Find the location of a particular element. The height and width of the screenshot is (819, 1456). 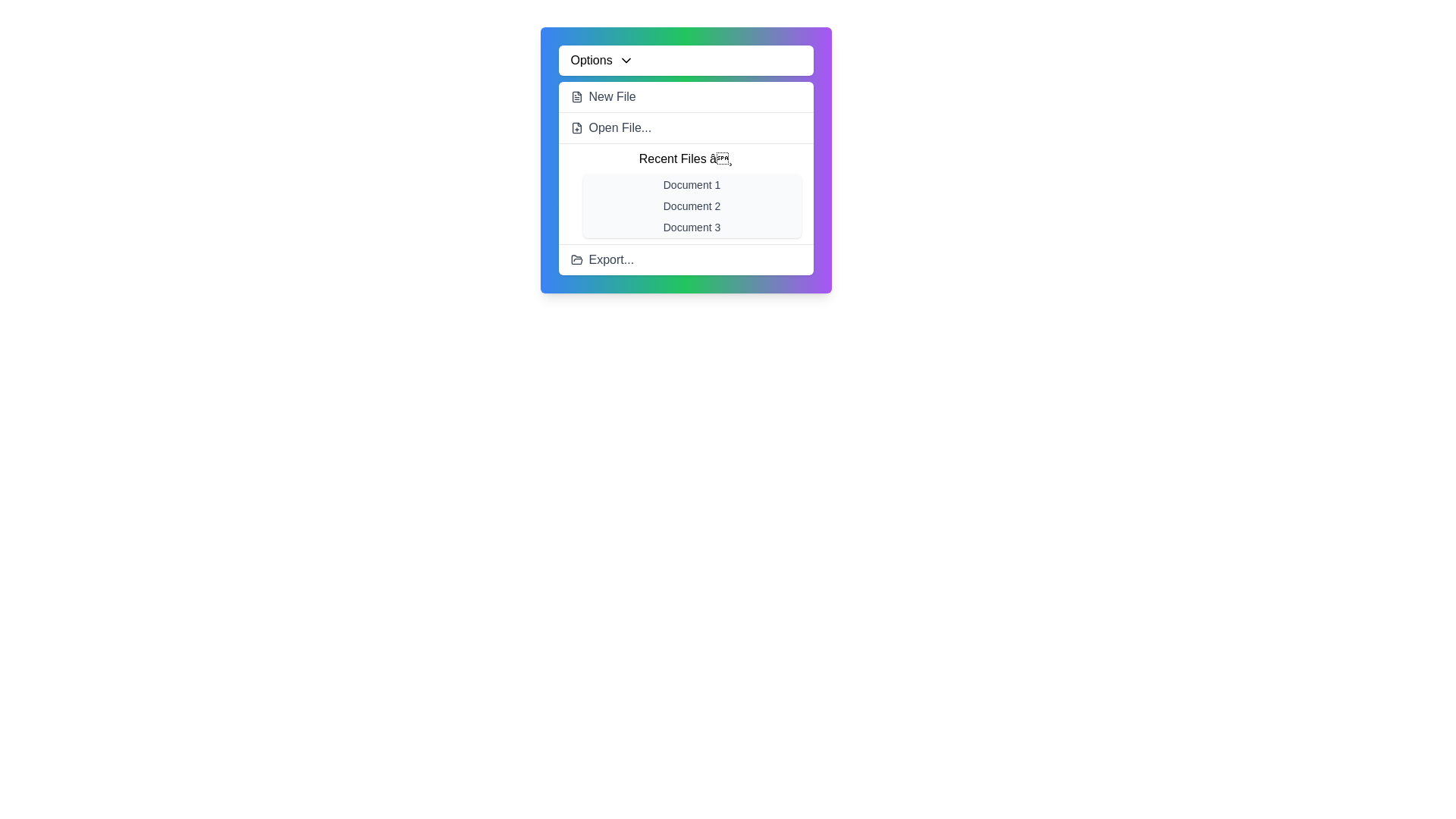

the 'New File' icon in the dropdown menu under the 'Options' button, which resembles a document or file with rounded corners is located at coordinates (576, 96).